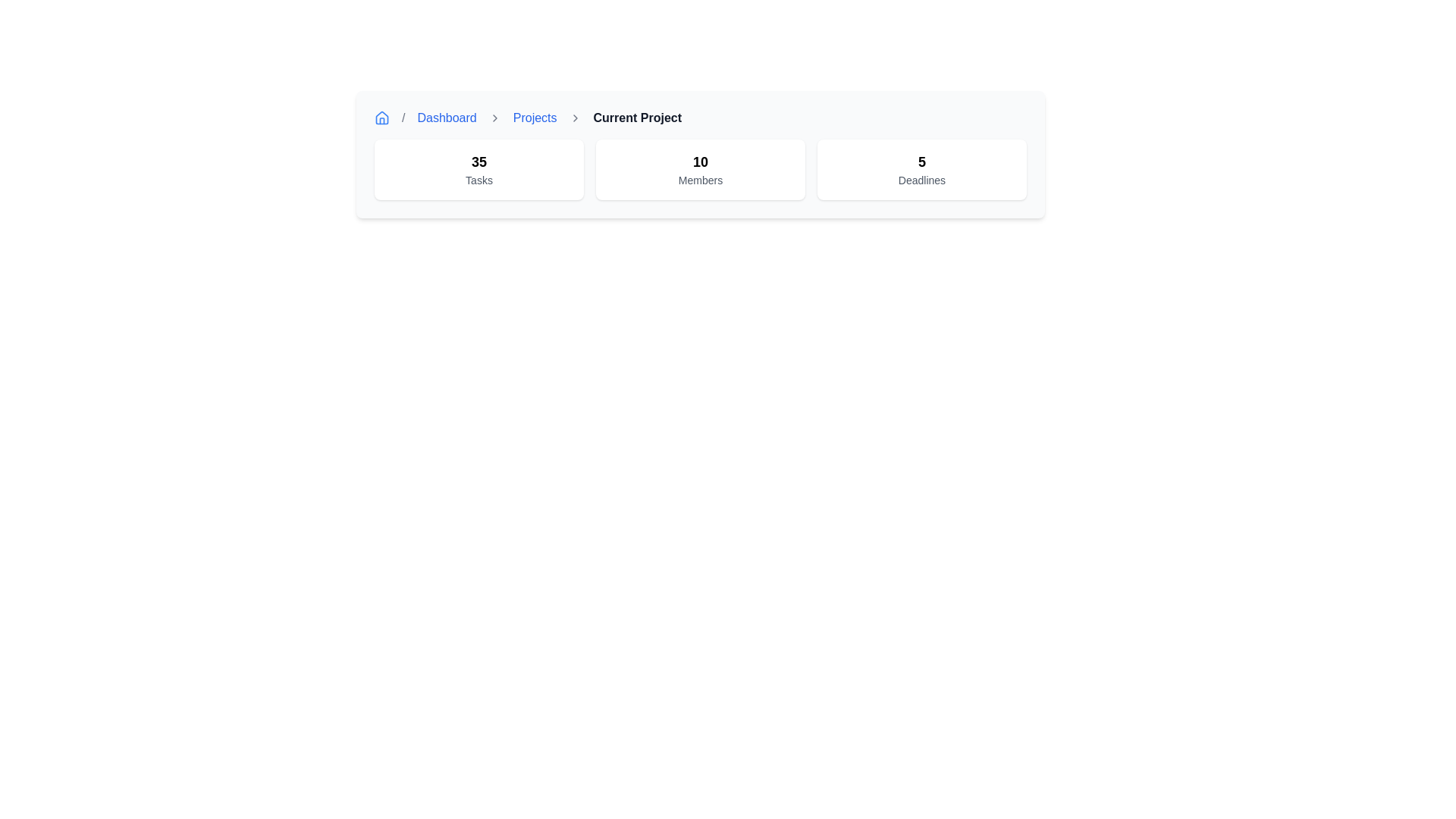 The image size is (1456, 819). What do you see at coordinates (382, 116) in the screenshot?
I see `the roof portion of the house icon located in the top-left navigation section, which is part of the breadcrumb navigation menu` at bounding box center [382, 116].